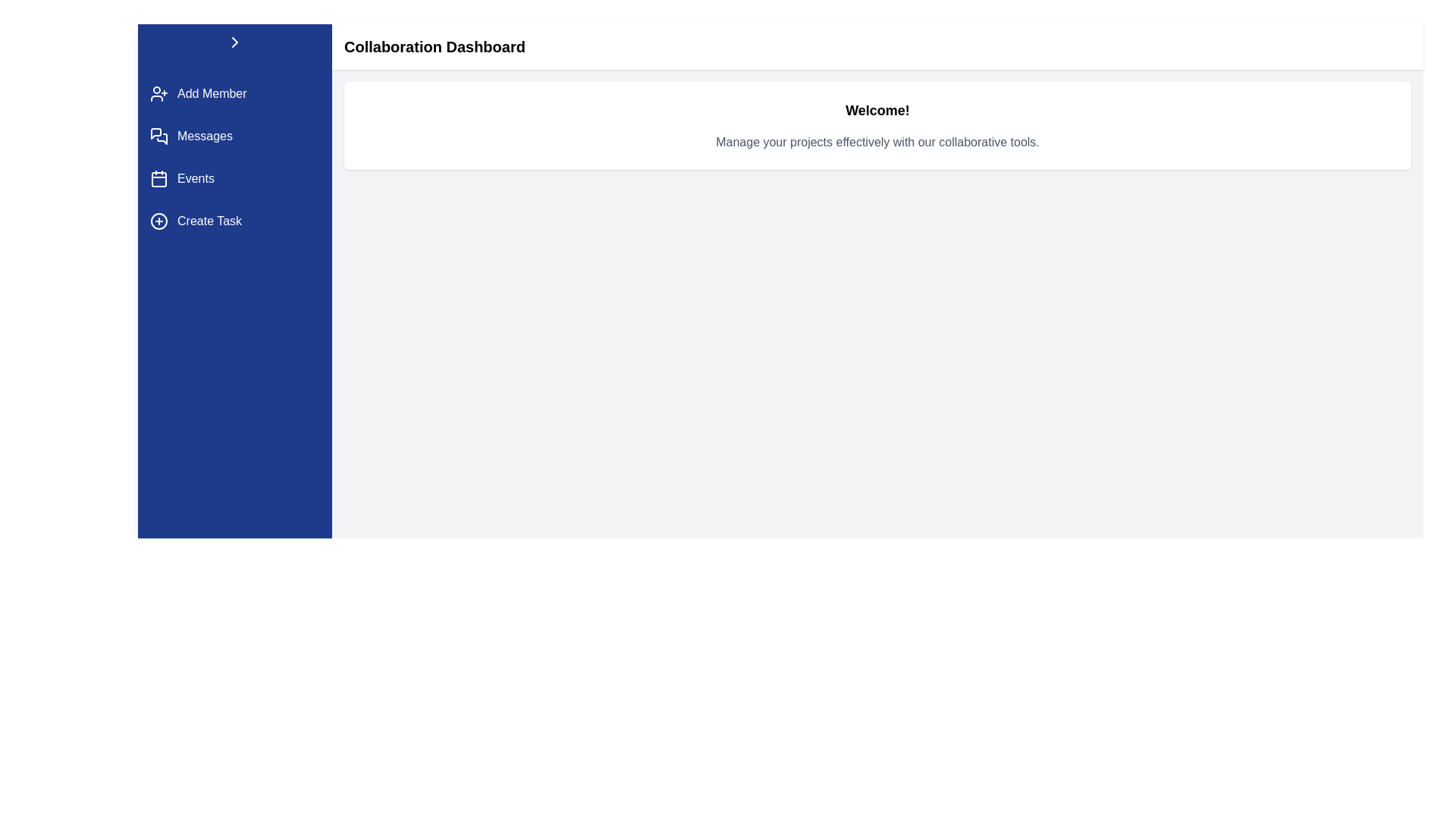 This screenshot has width=1456, height=819. Describe the element at coordinates (156, 133) in the screenshot. I see `the 'Messages' icon element` at that location.